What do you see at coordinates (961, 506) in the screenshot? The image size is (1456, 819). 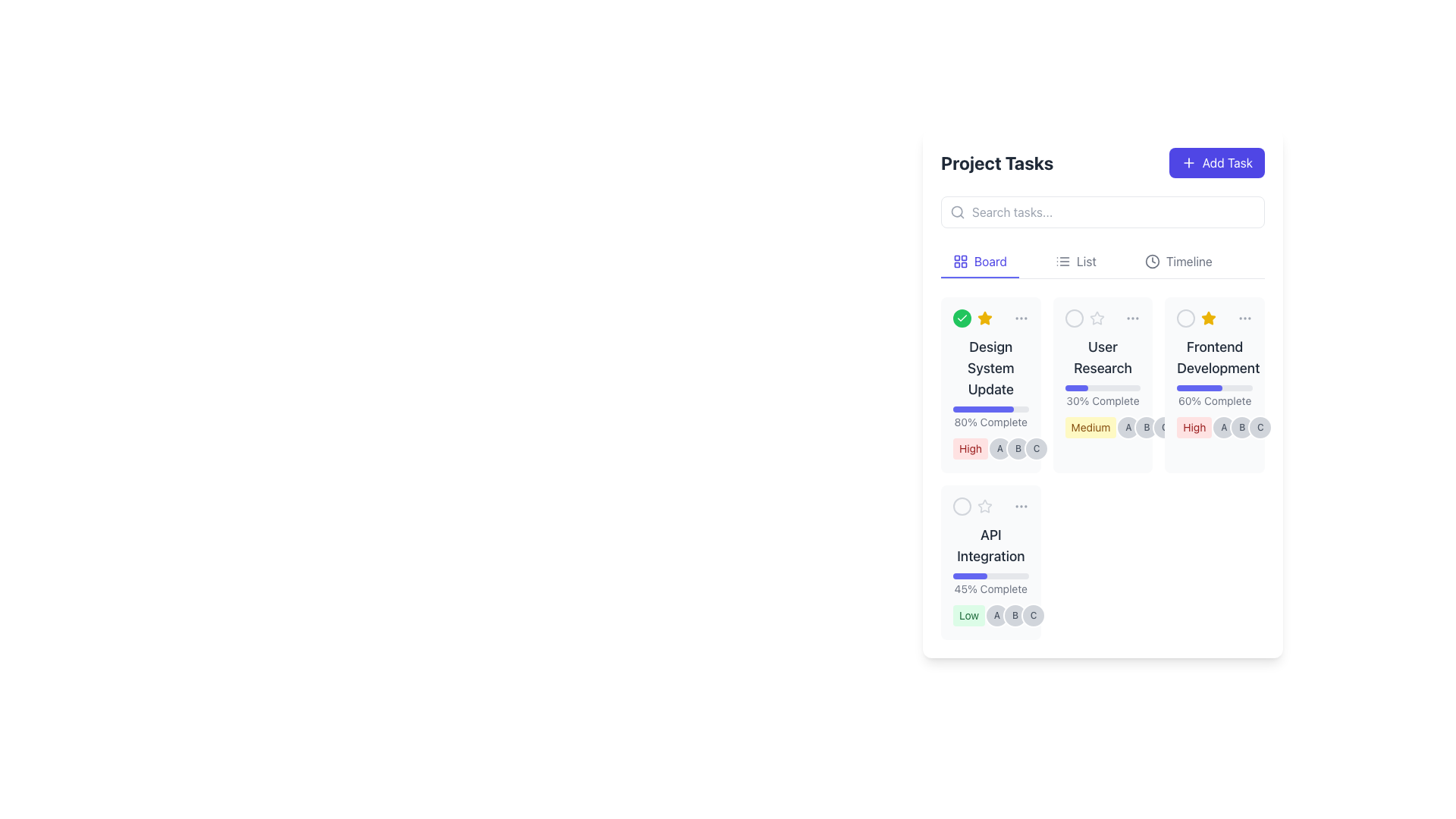 I see `the interactive button located in the lower left corner of the 'API Integration' task card` at bounding box center [961, 506].